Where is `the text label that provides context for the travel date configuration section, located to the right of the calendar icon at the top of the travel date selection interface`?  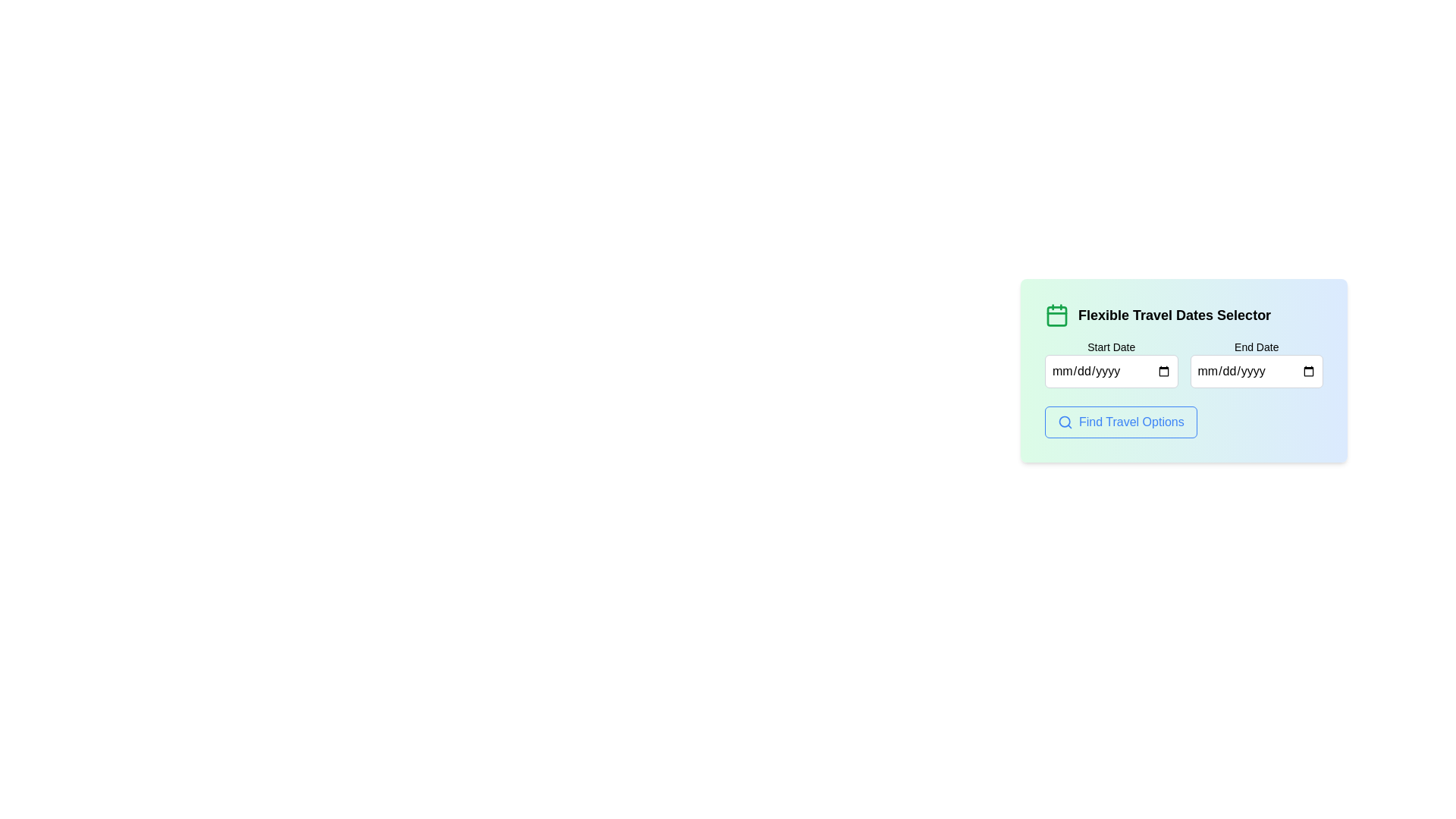 the text label that provides context for the travel date configuration section, located to the right of the calendar icon at the top of the travel date selection interface is located at coordinates (1174, 315).